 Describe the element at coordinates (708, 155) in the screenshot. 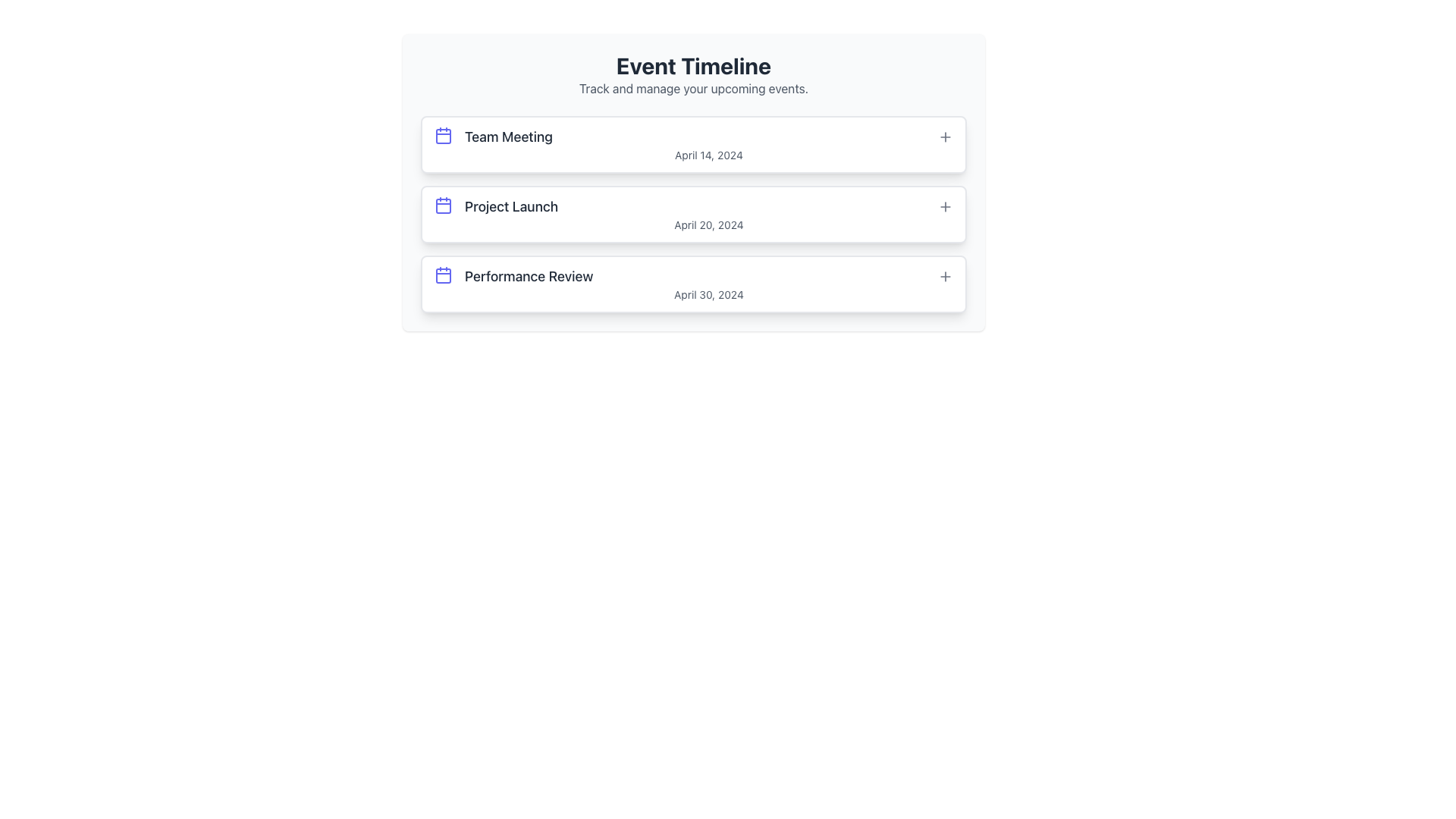

I see `date information displayed next to the 'Team Meeting' event entry on the timeline` at that location.